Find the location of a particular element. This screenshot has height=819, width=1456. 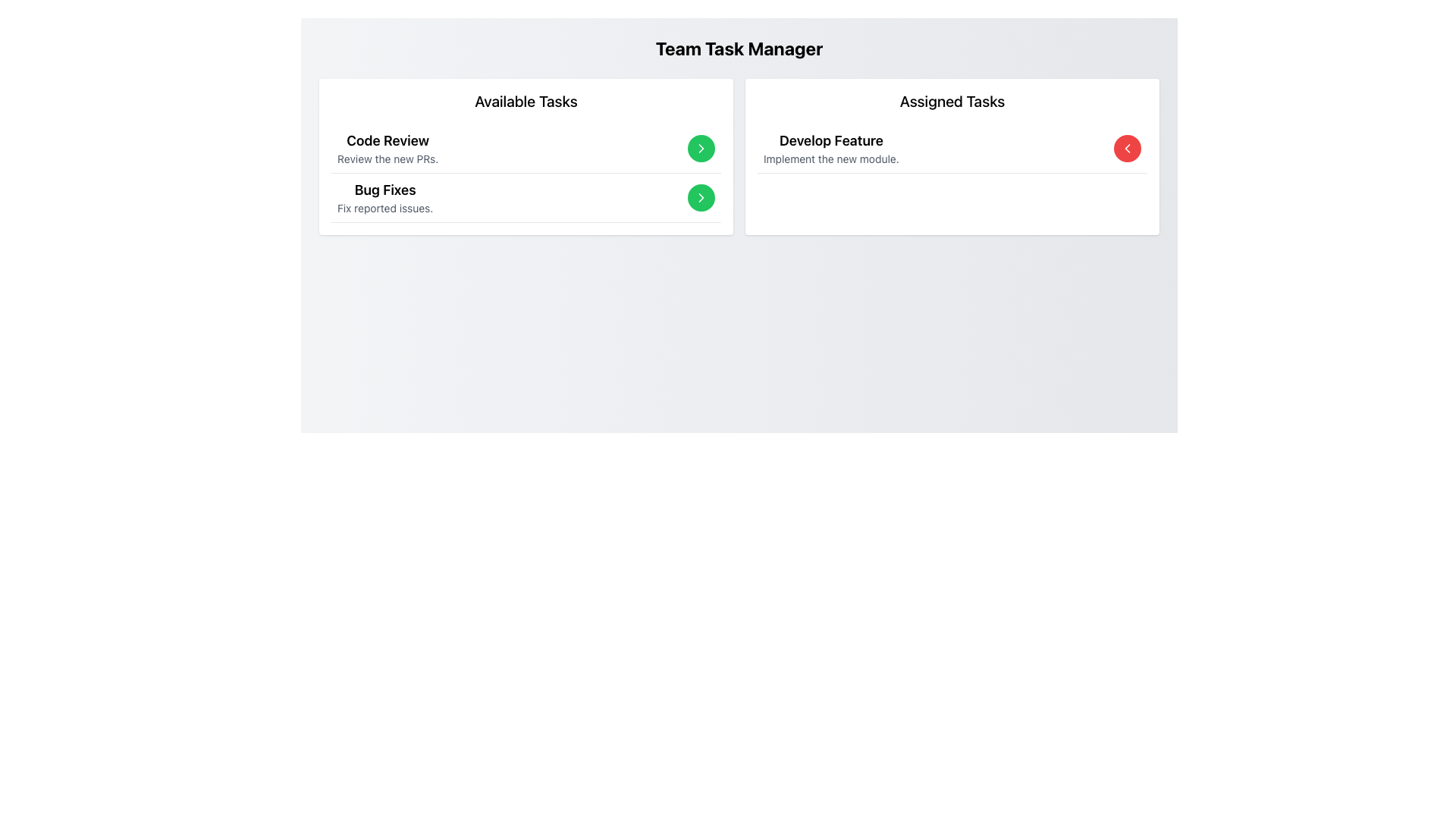

the left-pointing chevron icon within the circular button located in the 'Assigned Tasks' section, aligned with the 'Develop Feature' task is located at coordinates (1128, 149).